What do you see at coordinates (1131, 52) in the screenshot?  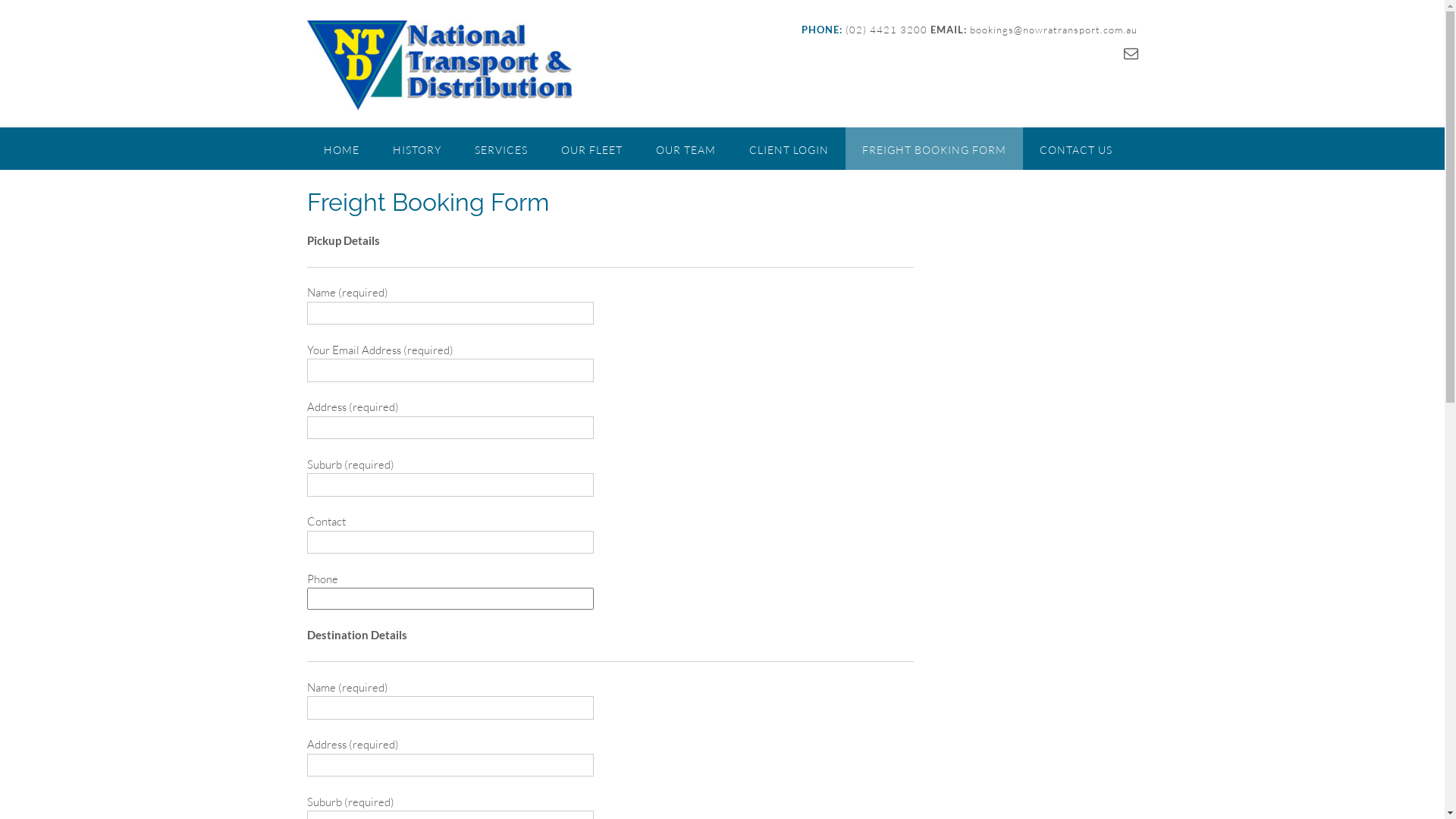 I see `'Send us an email'` at bounding box center [1131, 52].